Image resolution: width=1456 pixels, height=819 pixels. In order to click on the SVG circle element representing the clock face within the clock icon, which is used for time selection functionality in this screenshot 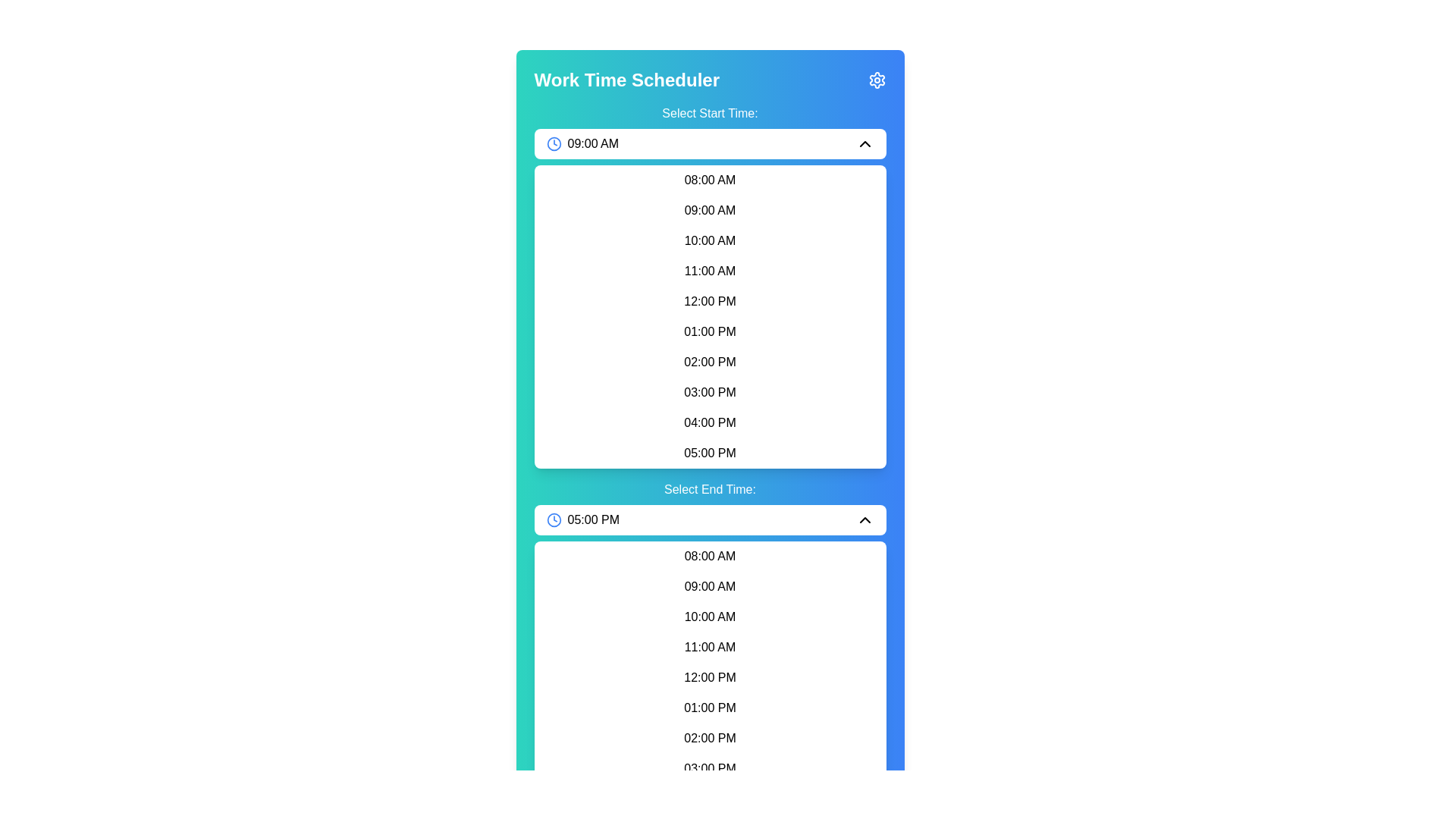, I will do `click(553, 519)`.